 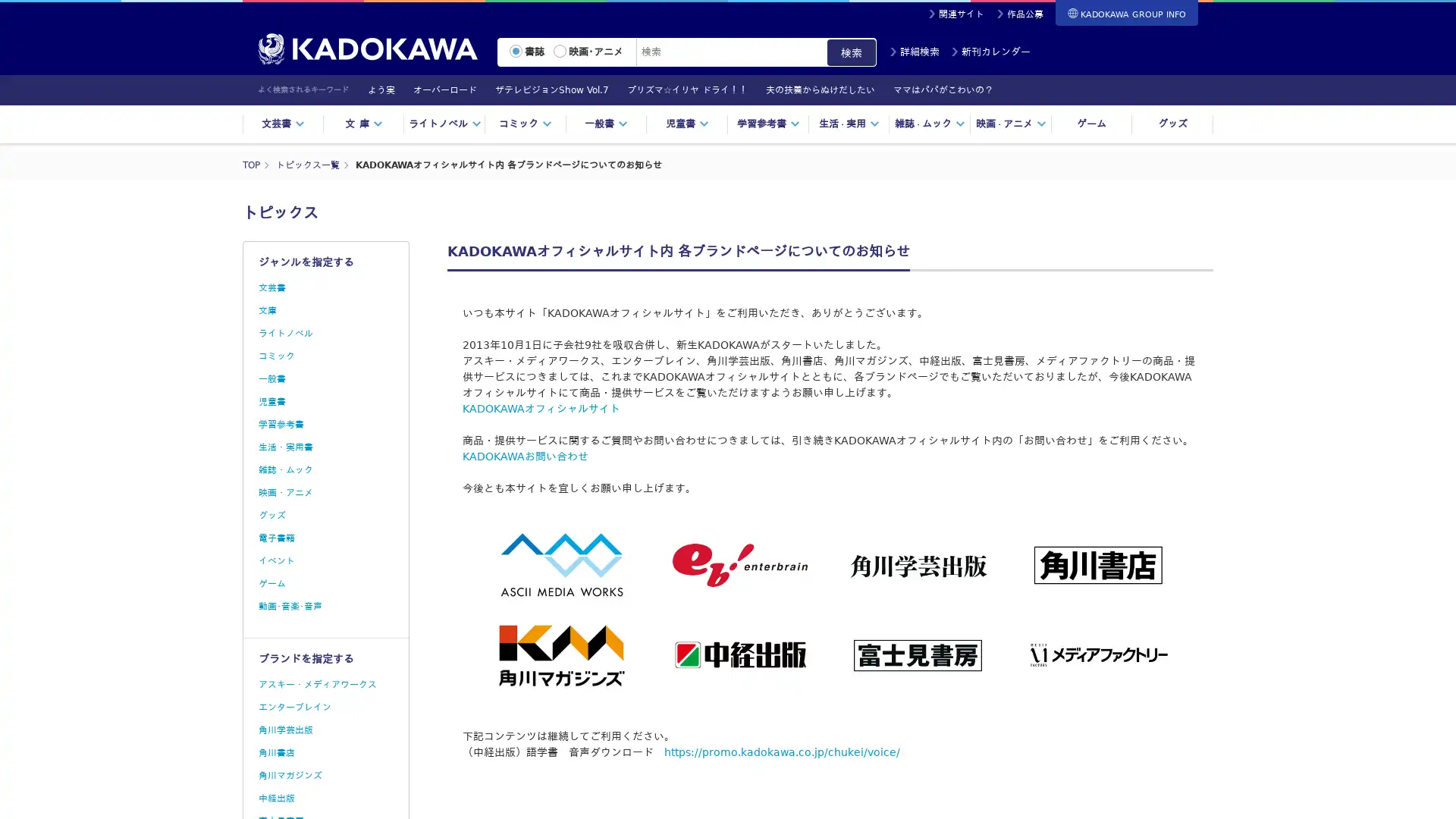 What do you see at coordinates (751, 114) in the screenshot?
I see `? 1` at bounding box center [751, 114].